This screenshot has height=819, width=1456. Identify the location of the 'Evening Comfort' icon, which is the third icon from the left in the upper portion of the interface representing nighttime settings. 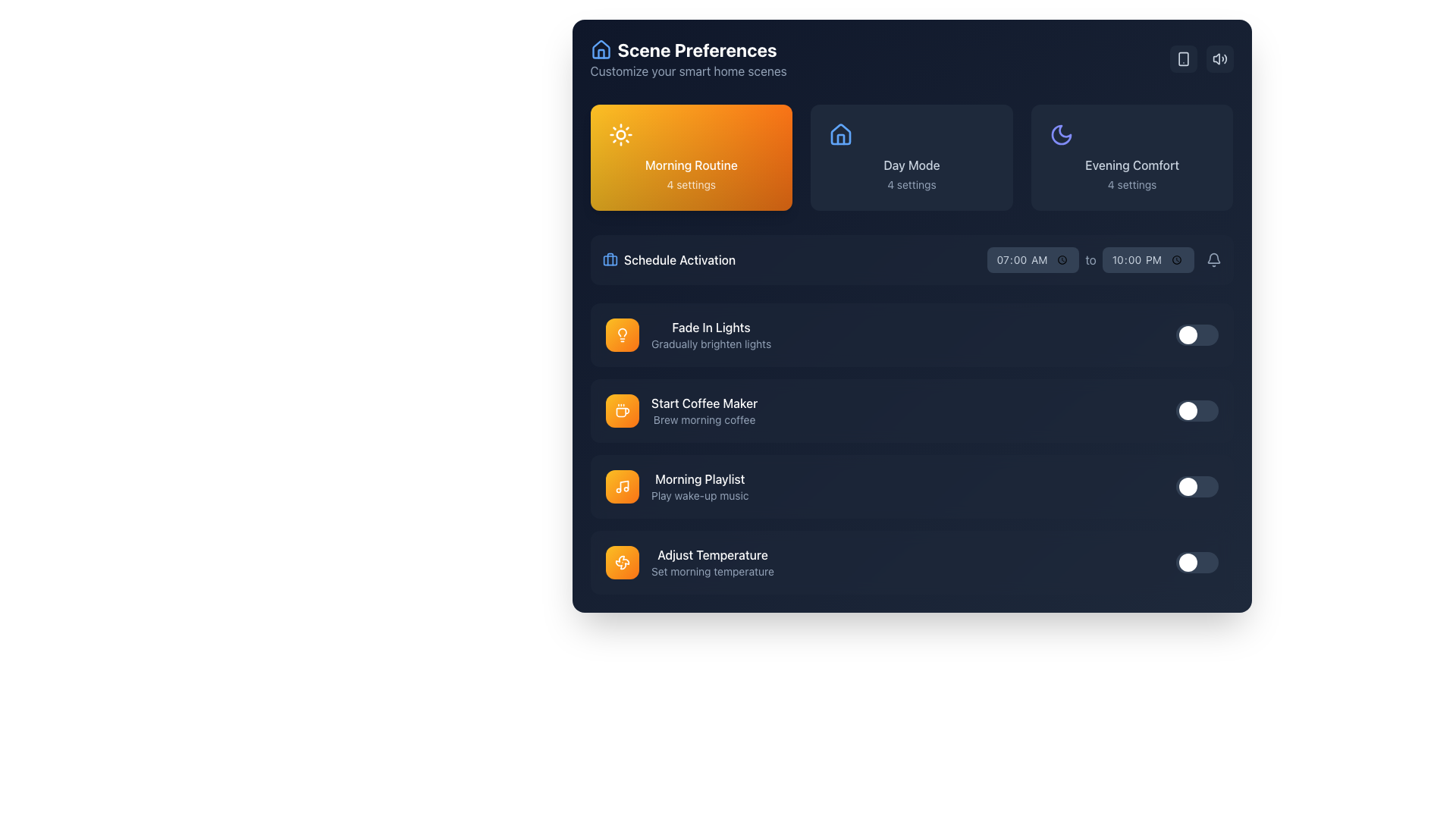
(1060, 133).